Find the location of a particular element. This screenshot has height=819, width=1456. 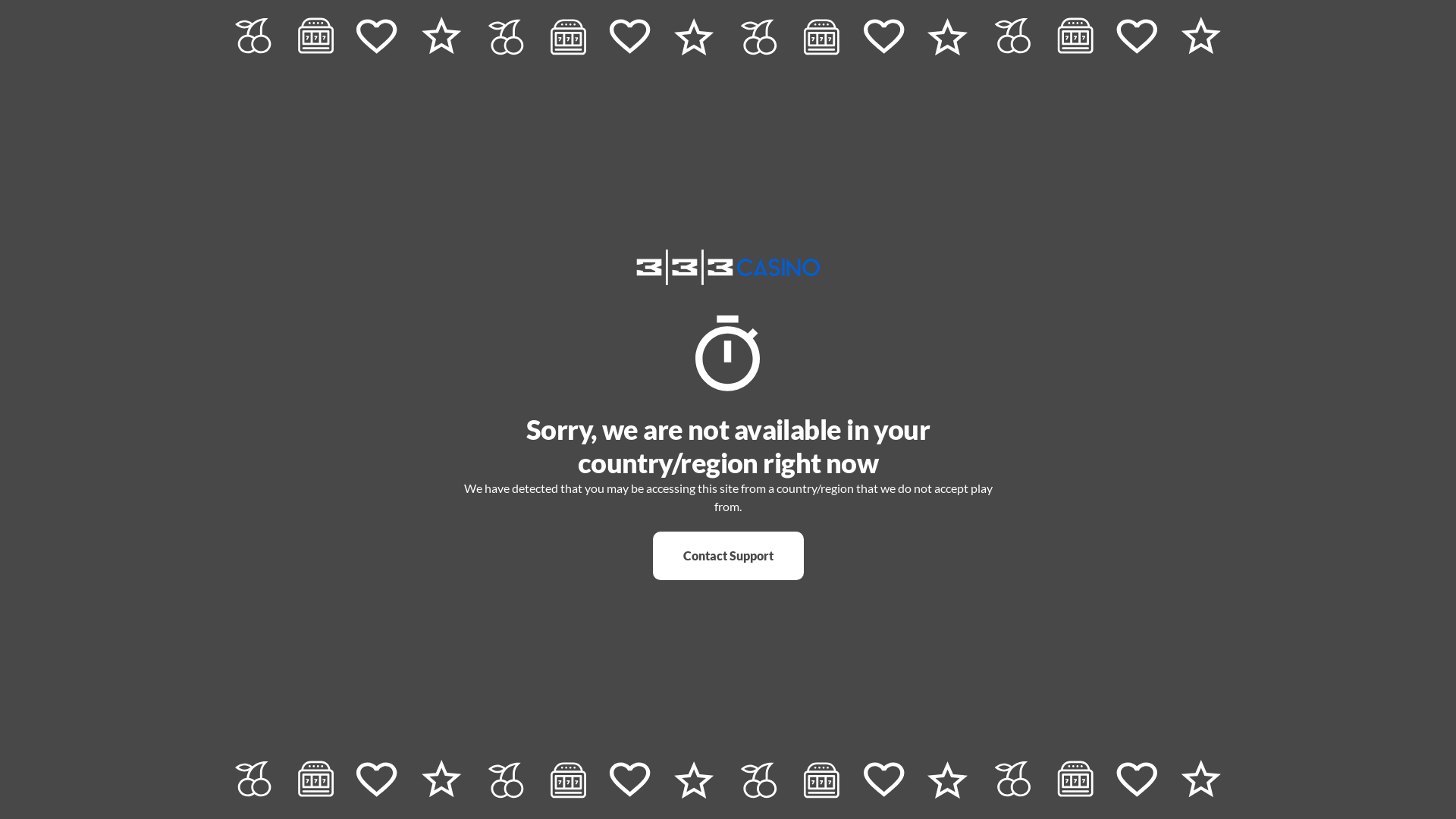

'Contact Support' is located at coordinates (726, 555).